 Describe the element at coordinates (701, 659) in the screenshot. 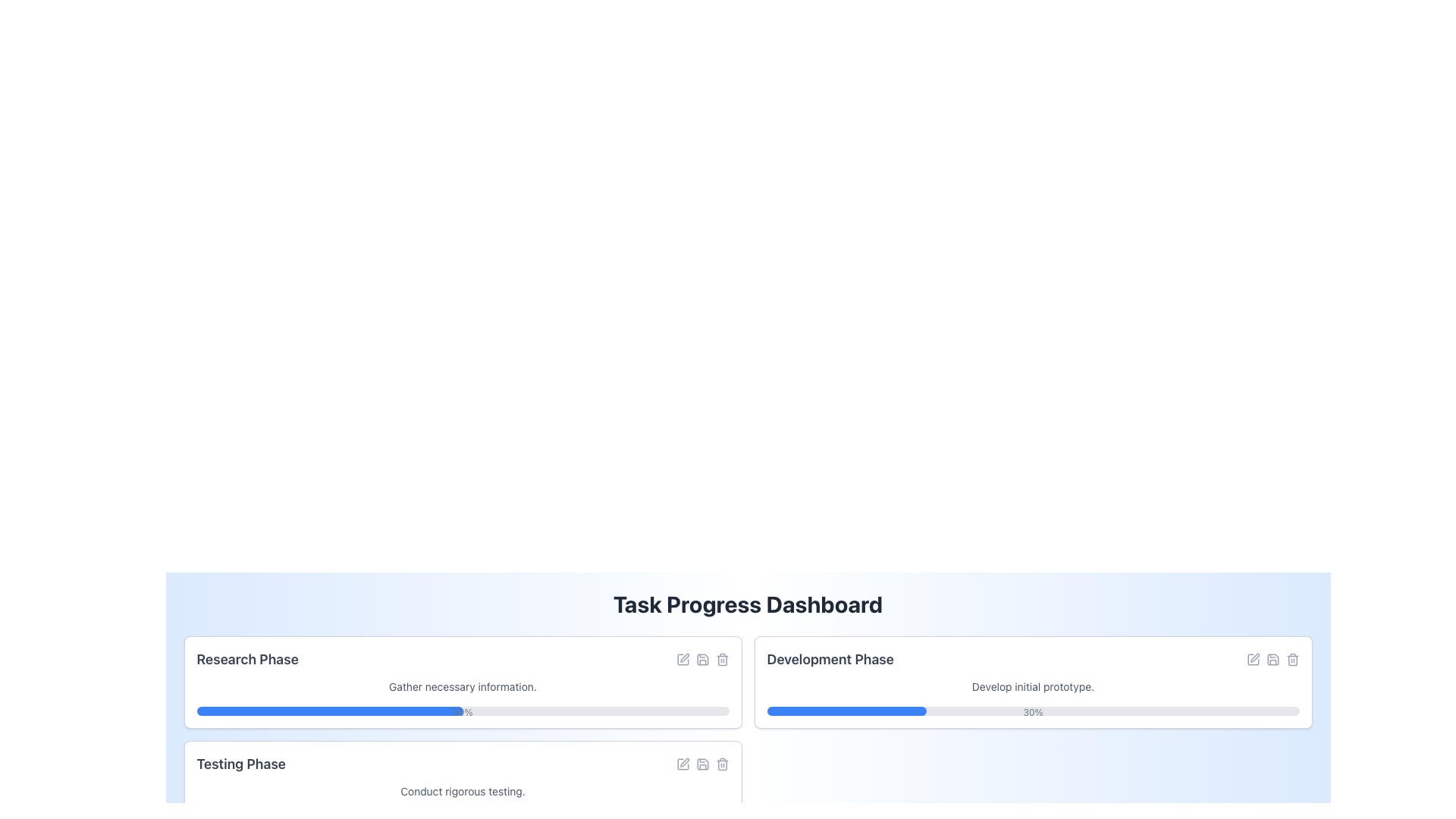

I see `the save icon located in the 'Research Phase' section of the dashboard, which visually indicates the save functionality` at that location.